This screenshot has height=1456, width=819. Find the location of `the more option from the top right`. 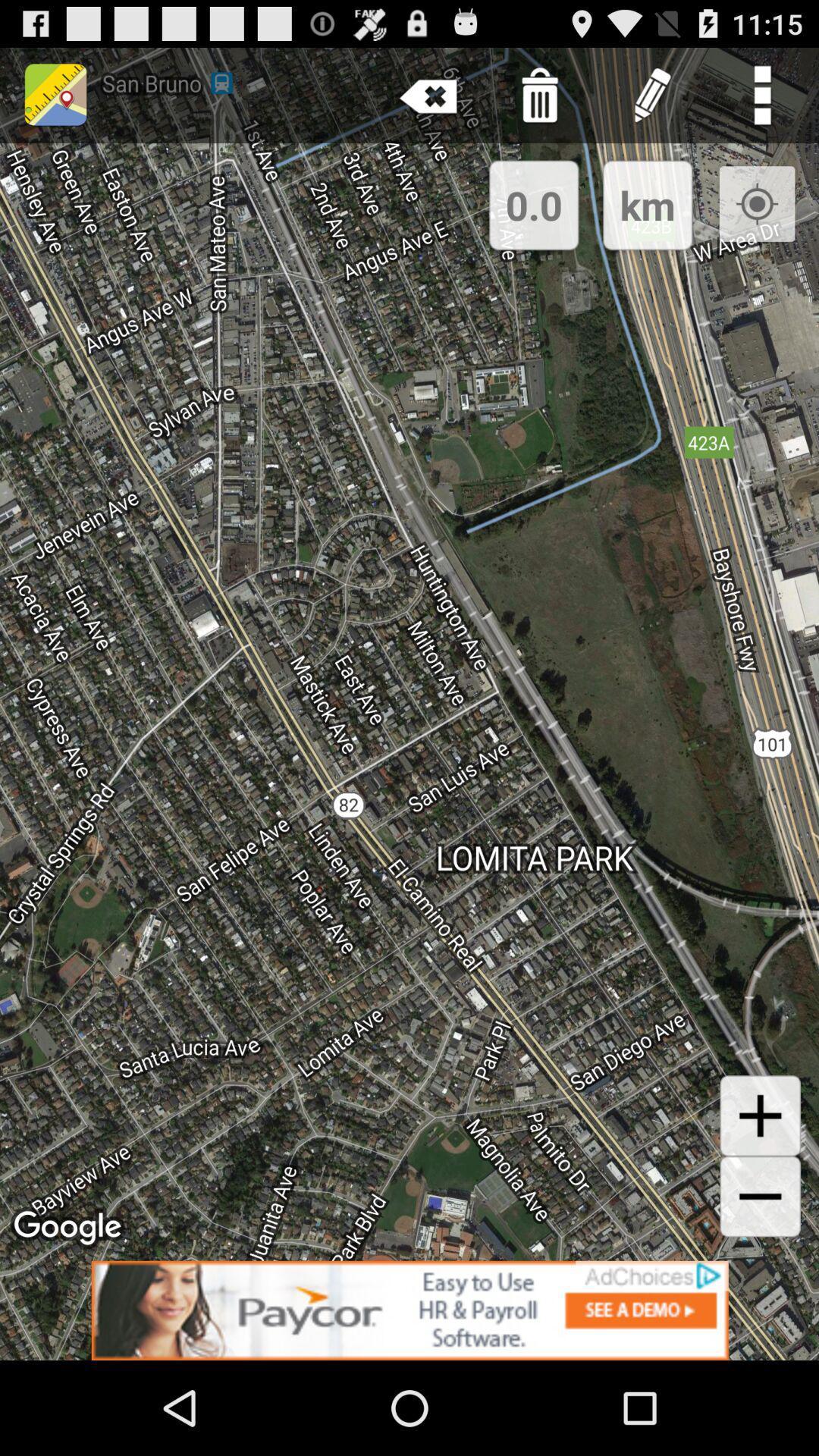

the more option from the top right is located at coordinates (763, 94).